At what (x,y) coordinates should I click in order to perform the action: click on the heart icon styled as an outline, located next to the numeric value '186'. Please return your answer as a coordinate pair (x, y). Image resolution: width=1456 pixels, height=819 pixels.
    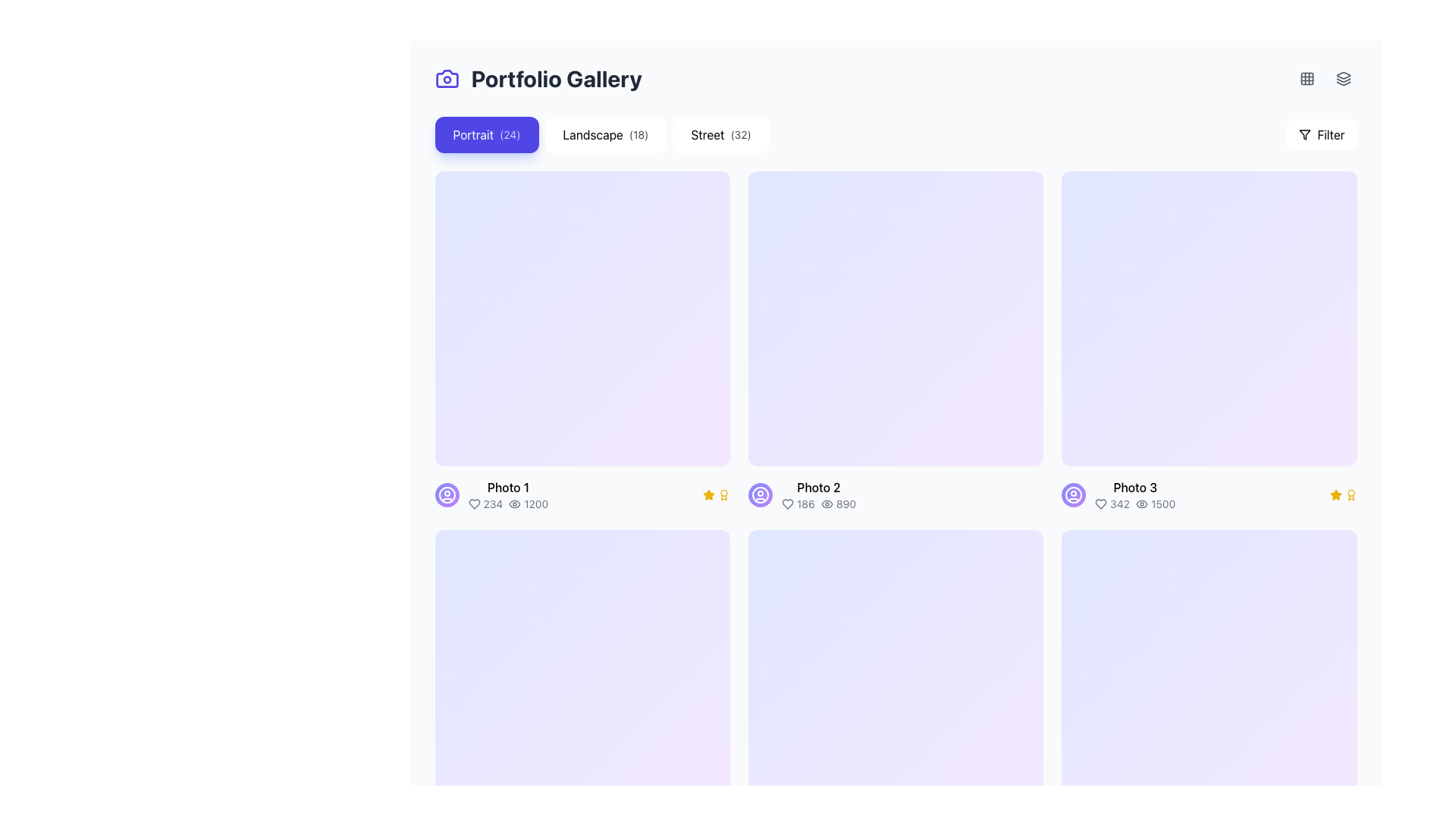
    Looking at the image, I should click on (787, 504).